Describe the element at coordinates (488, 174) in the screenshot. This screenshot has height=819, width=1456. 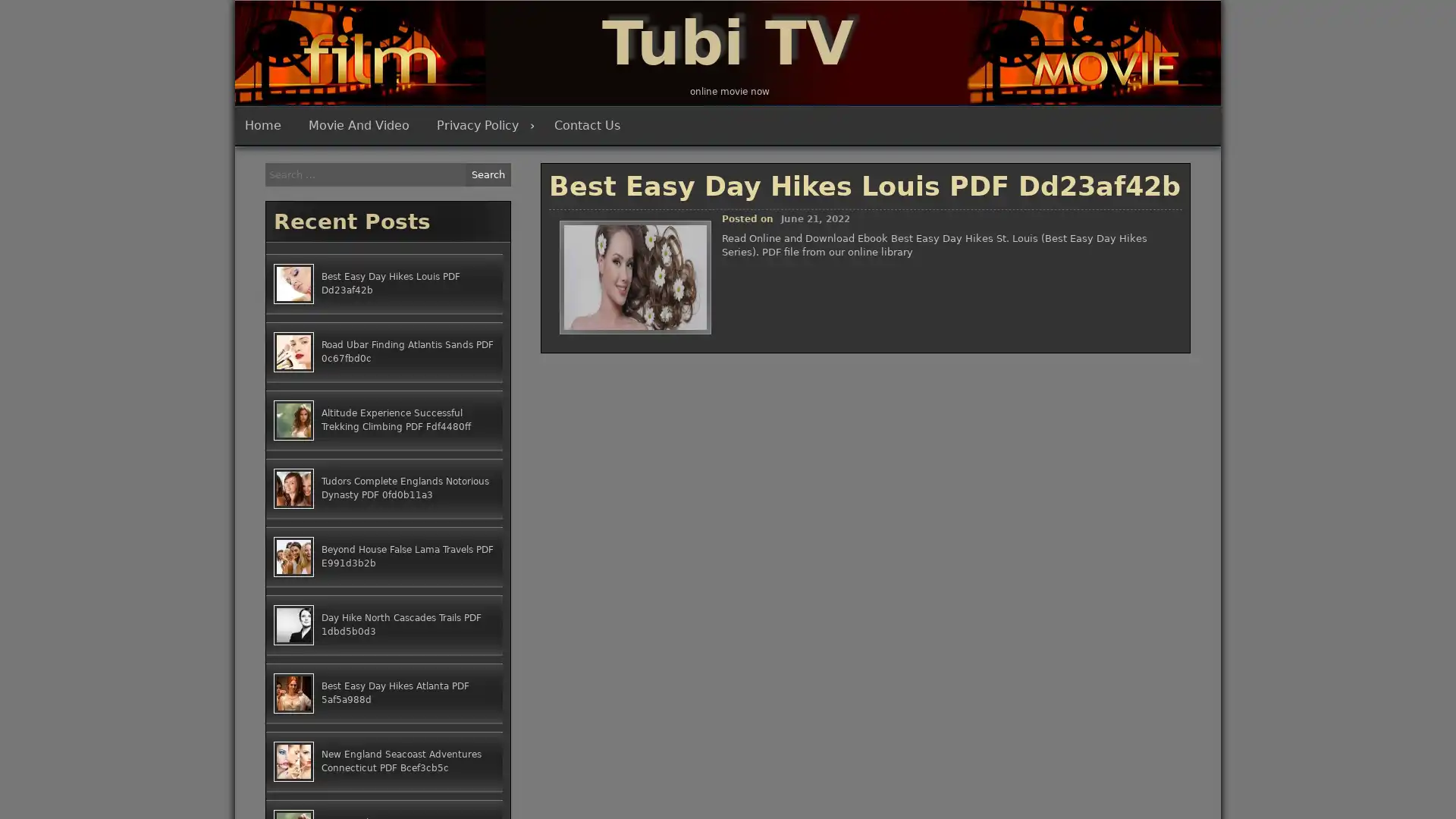
I see `Search` at that location.